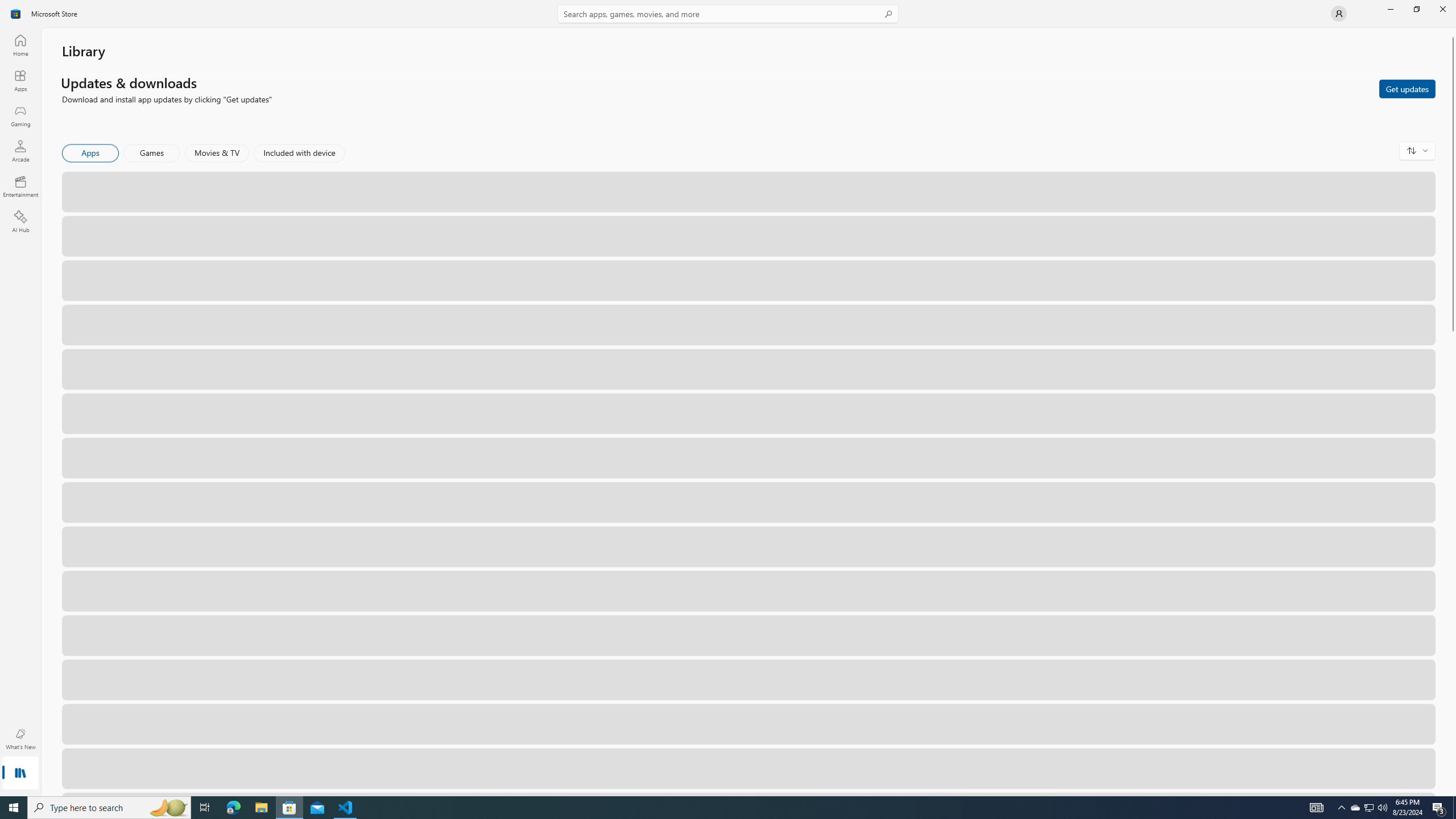 The width and height of the screenshot is (1456, 819). What do you see at coordinates (1416, 9) in the screenshot?
I see `'Restore Microsoft Store'` at bounding box center [1416, 9].